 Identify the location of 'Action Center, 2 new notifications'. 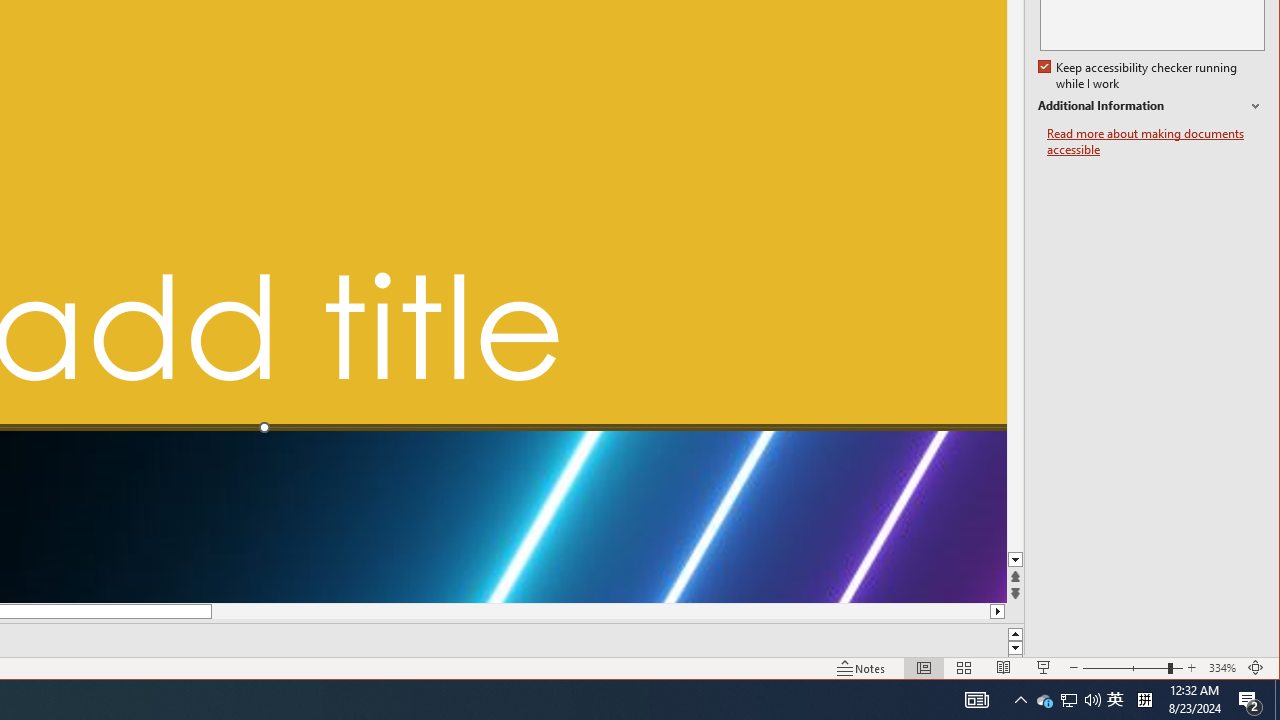
(1250, 698).